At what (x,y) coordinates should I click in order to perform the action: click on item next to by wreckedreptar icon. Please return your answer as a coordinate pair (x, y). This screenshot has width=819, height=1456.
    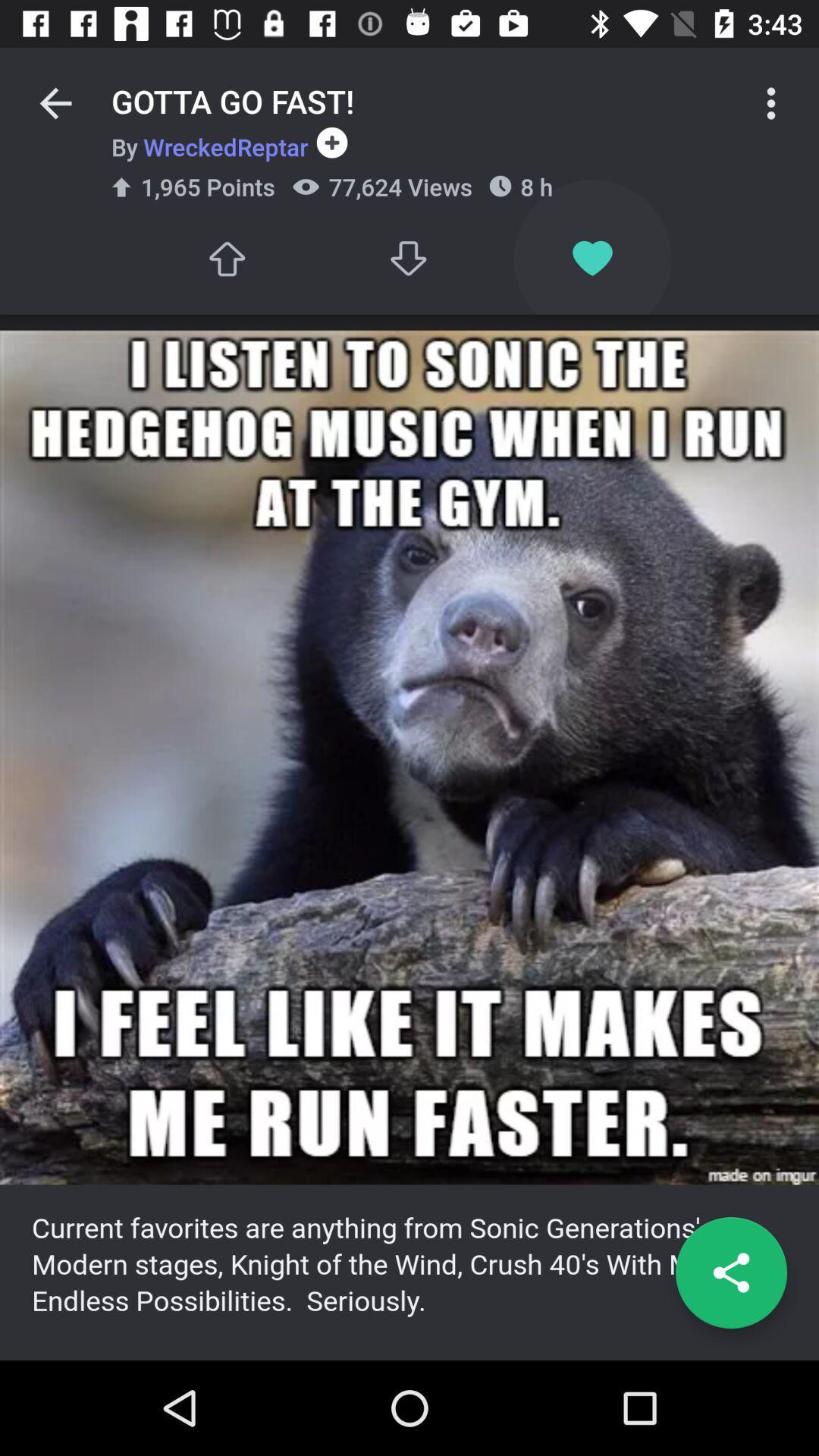
    Looking at the image, I should click on (327, 143).